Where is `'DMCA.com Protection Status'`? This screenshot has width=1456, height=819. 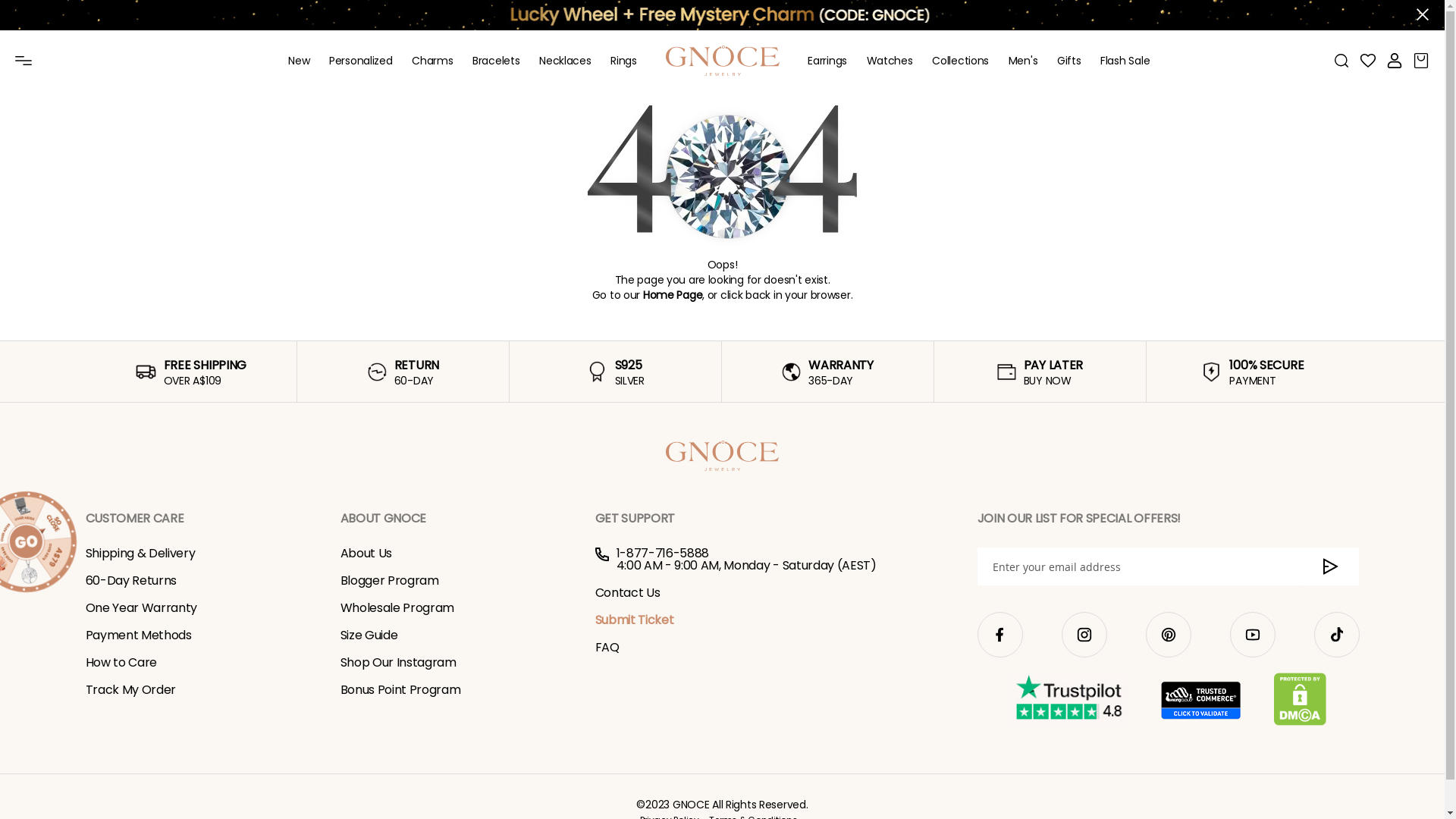 'DMCA.com Protection Status' is located at coordinates (1299, 700).